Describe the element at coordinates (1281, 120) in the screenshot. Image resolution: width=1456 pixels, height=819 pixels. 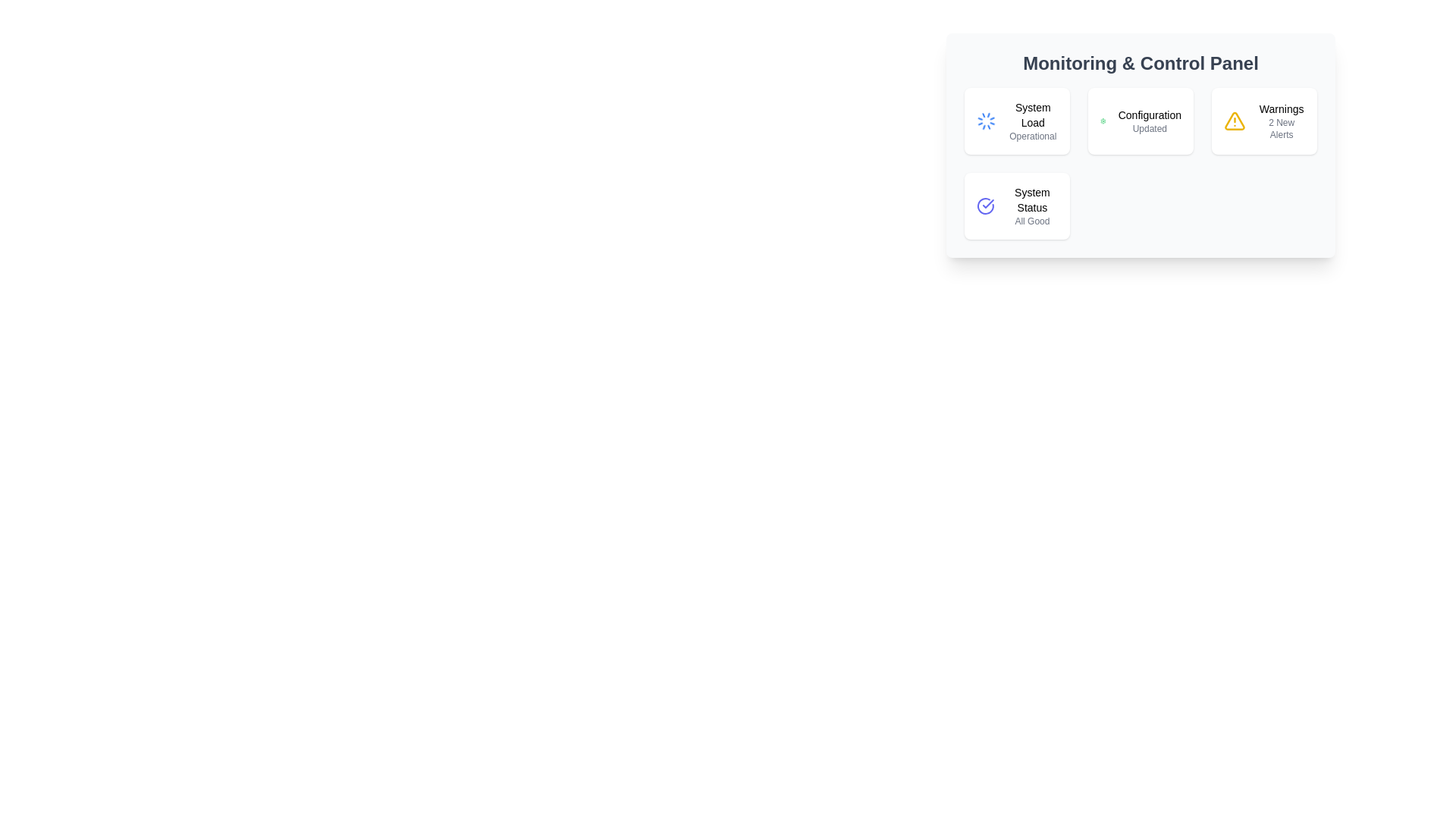
I see `the Notification indicator indicating 2 new alerts in the top-right corner of the interface under the 'Monitoring & Control Panel' section` at that location.